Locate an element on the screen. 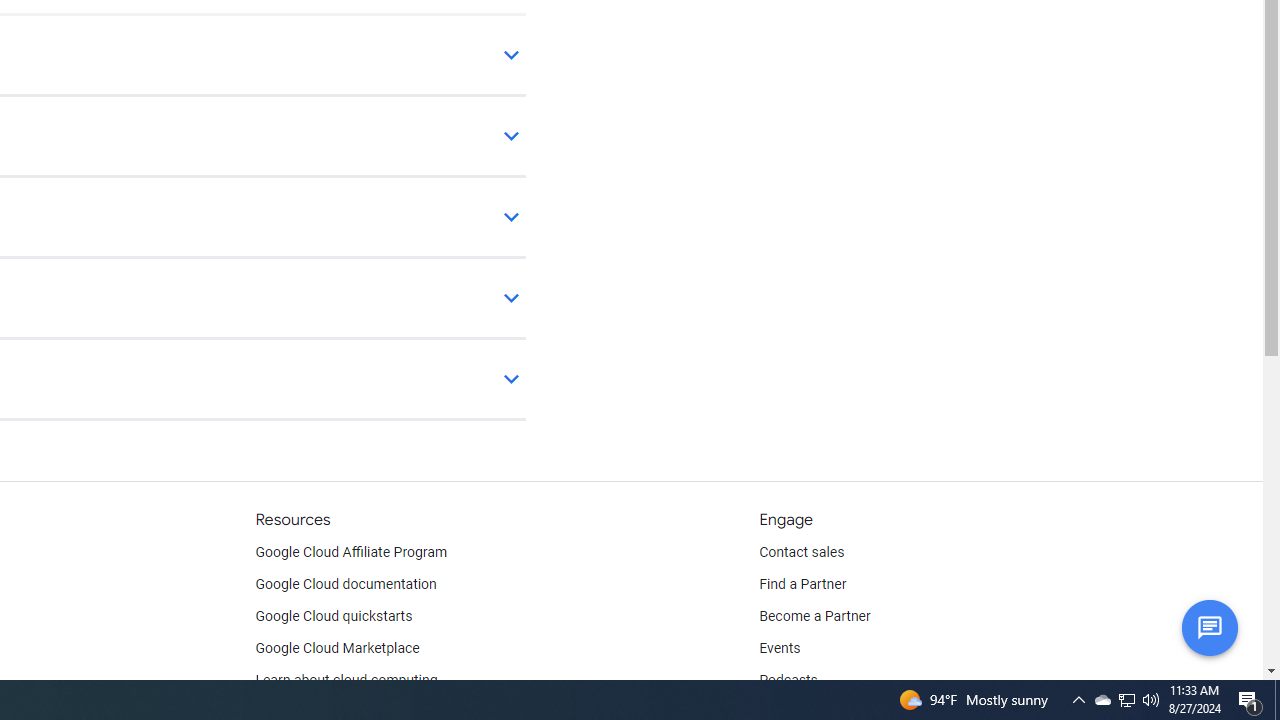 The height and width of the screenshot is (720, 1280). 'Become a Partner' is located at coordinates (814, 616).